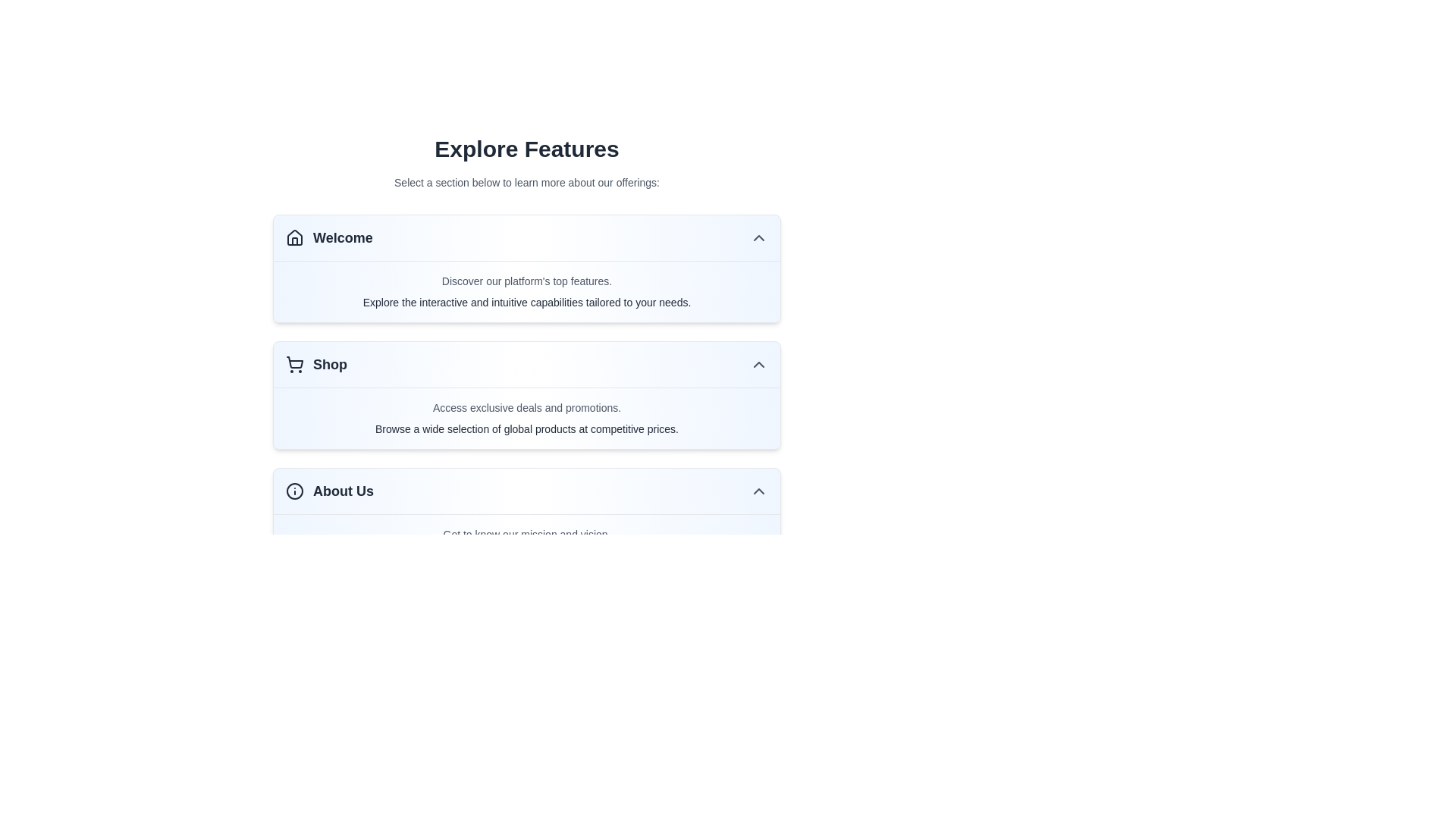 This screenshot has height=819, width=1456. Describe the element at coordinates (294, 491) in the screenshot. I see `the circular icon located to the left of the 'About Us' text in the lower part of the interface` at that location.